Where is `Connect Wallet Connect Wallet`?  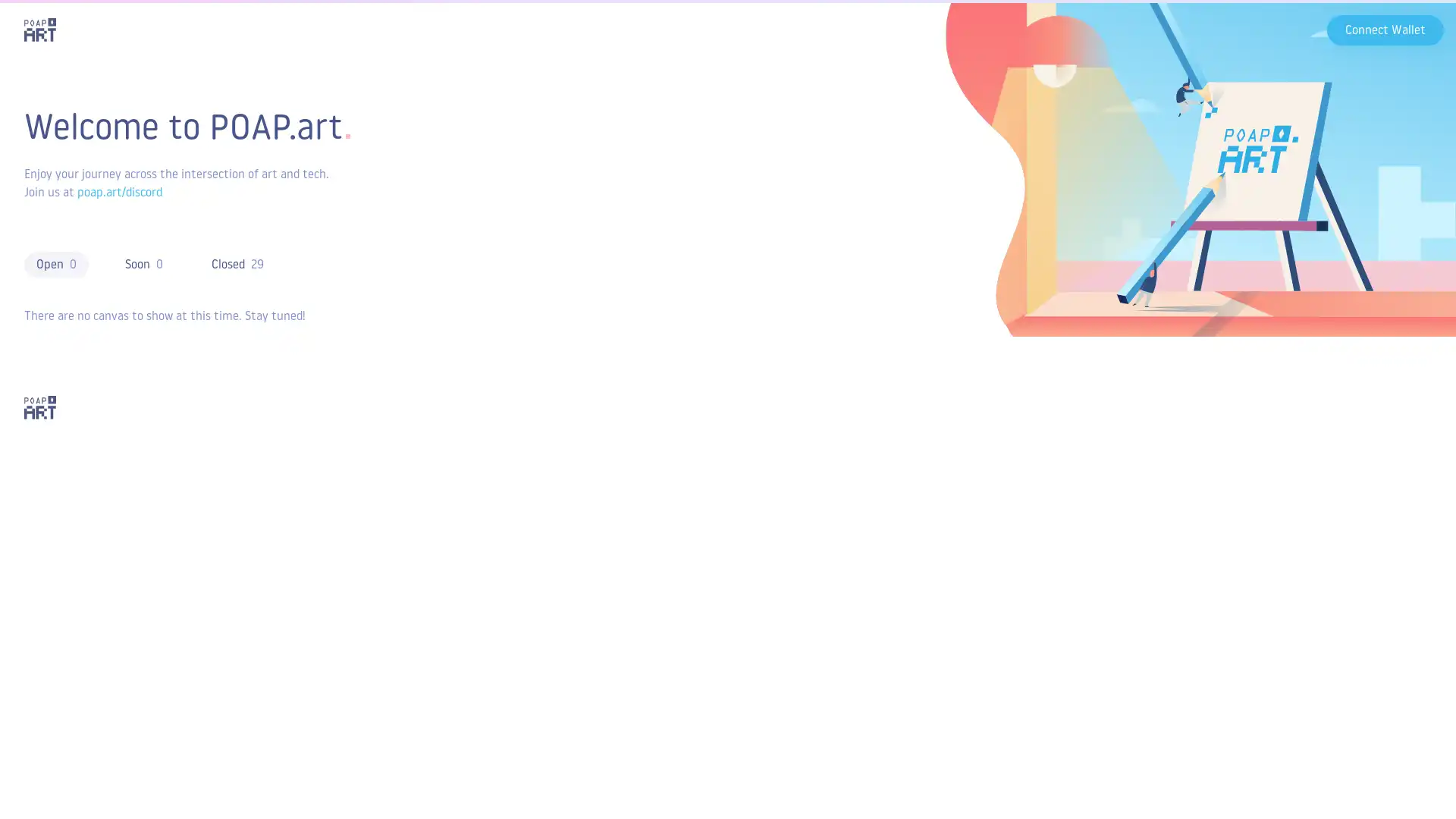 Connect Wallet Connect Wallet is located at coordinates (1385, 29).